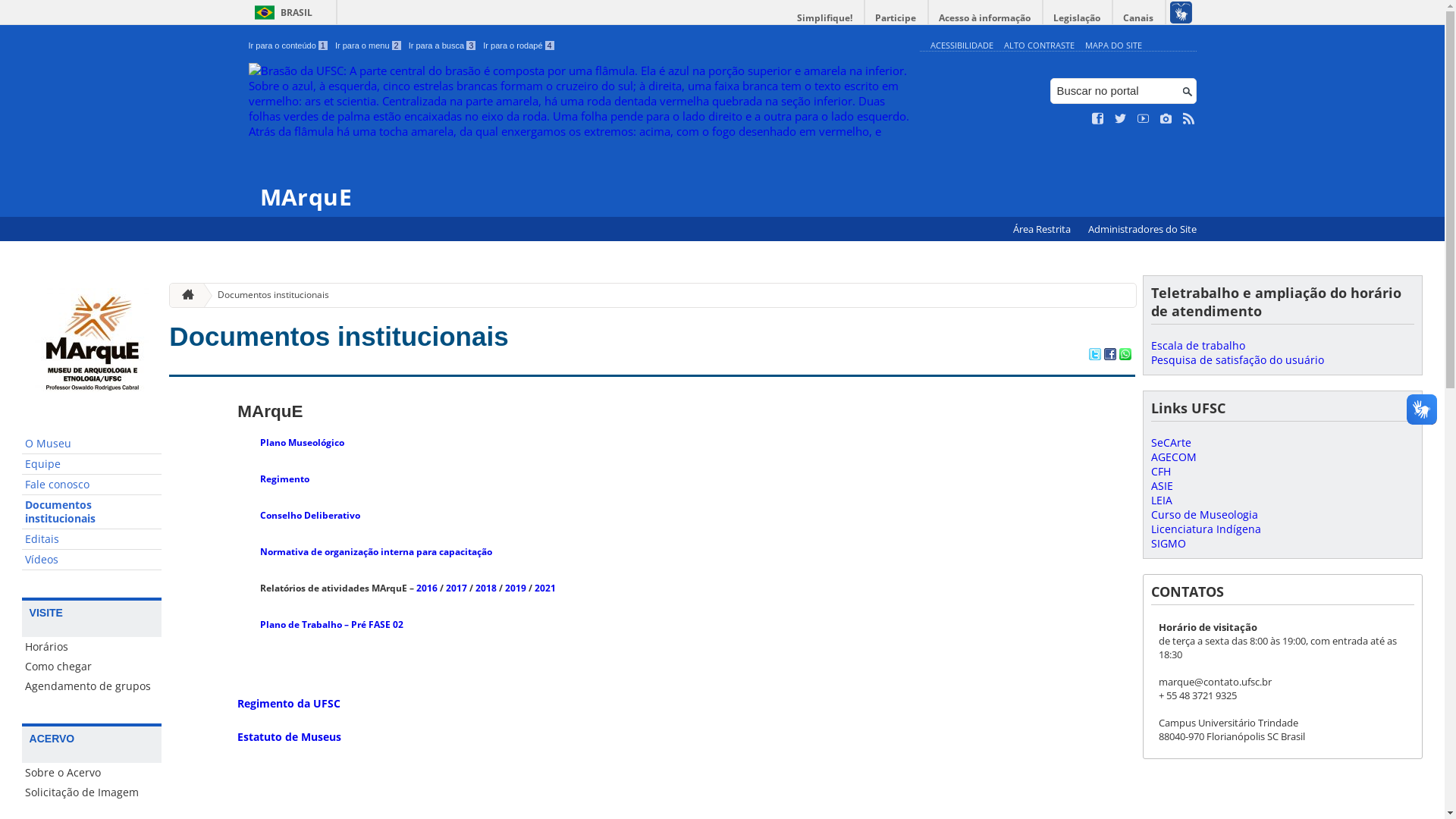  Describe the element at coordinates (1038, 44) in the screenshot. I see `'ALTO CONTRASTE'` at that location.